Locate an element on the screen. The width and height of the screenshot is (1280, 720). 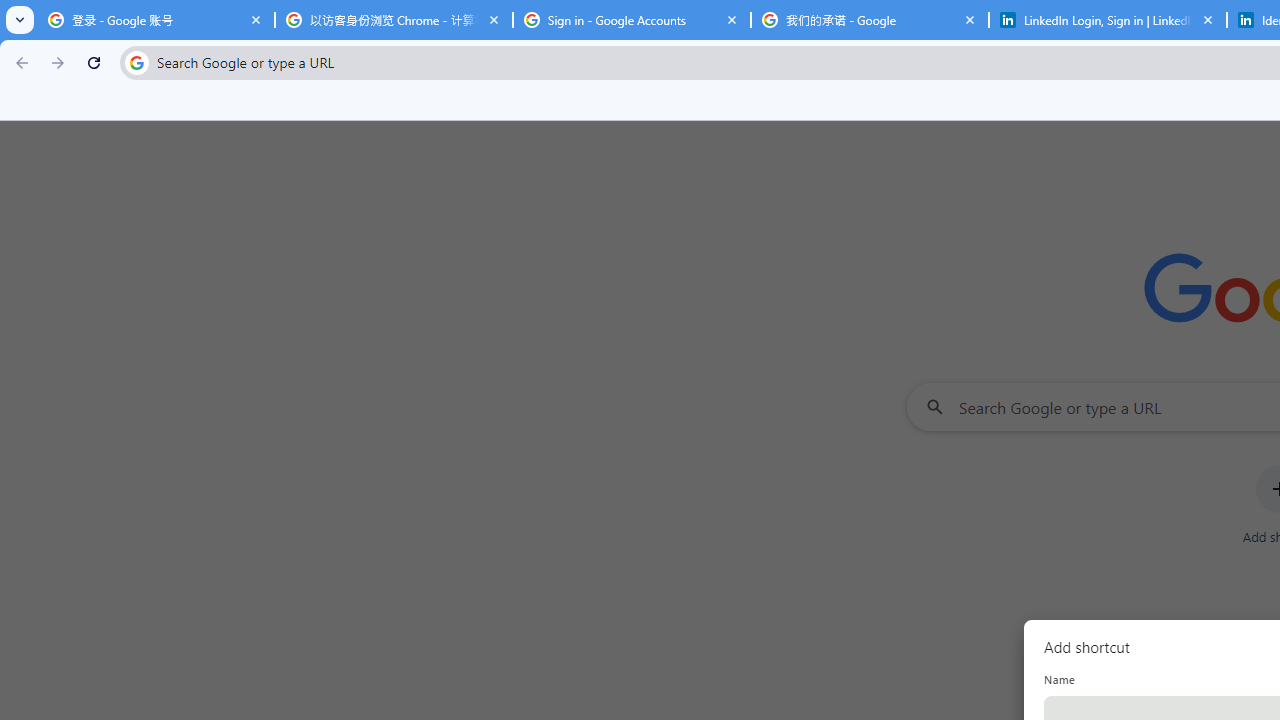
'LinkedIn Login, Sign in | LinkedIn' is located at coordinates (1107, 20).